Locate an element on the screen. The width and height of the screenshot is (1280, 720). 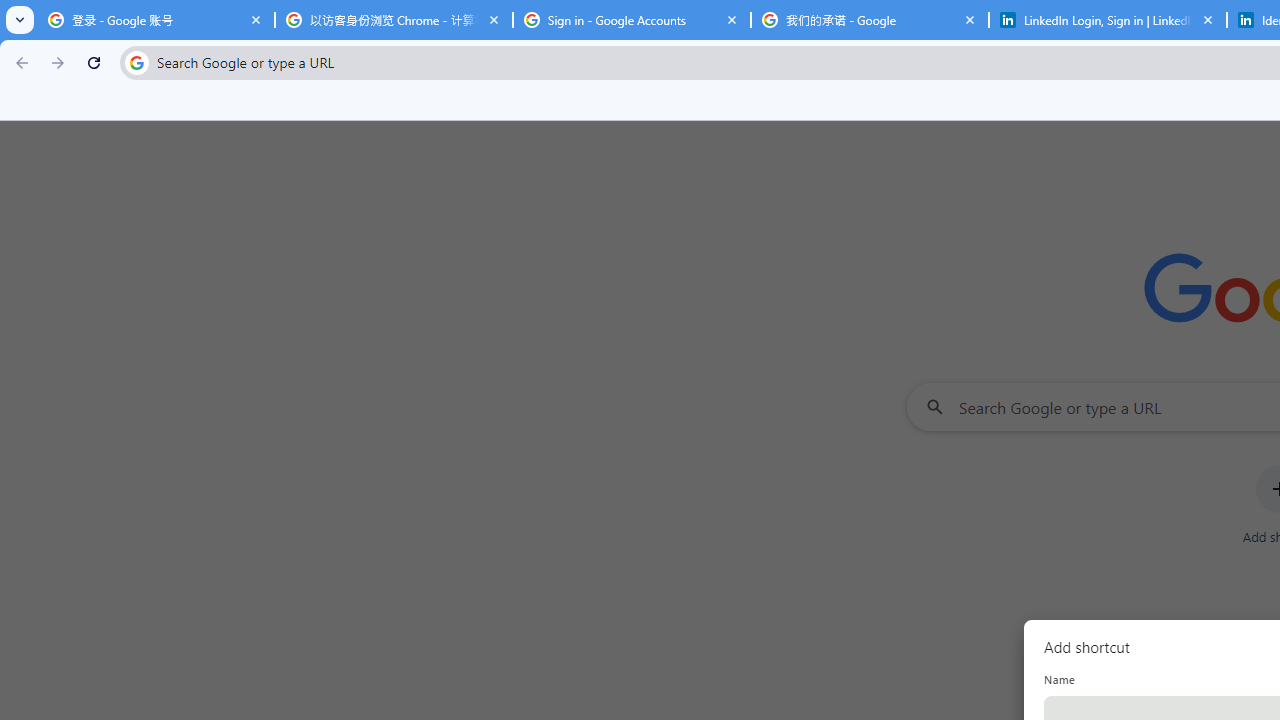
'LinkedIn Login, Sign in | LinkedIn' is located at coordinates (1107, 20).